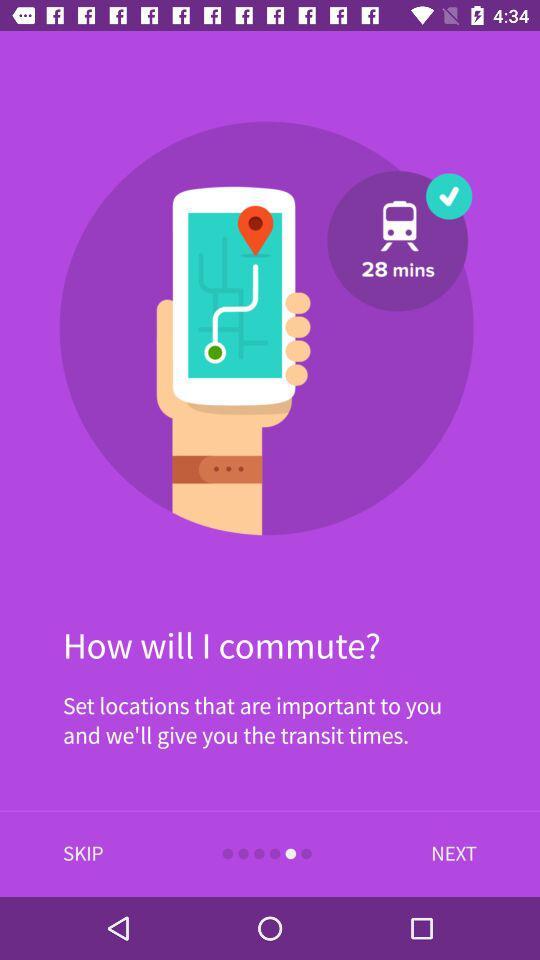 This screenshot has width=540, height=960. I want to click on the item below the set locations that item, so click(449, 853).